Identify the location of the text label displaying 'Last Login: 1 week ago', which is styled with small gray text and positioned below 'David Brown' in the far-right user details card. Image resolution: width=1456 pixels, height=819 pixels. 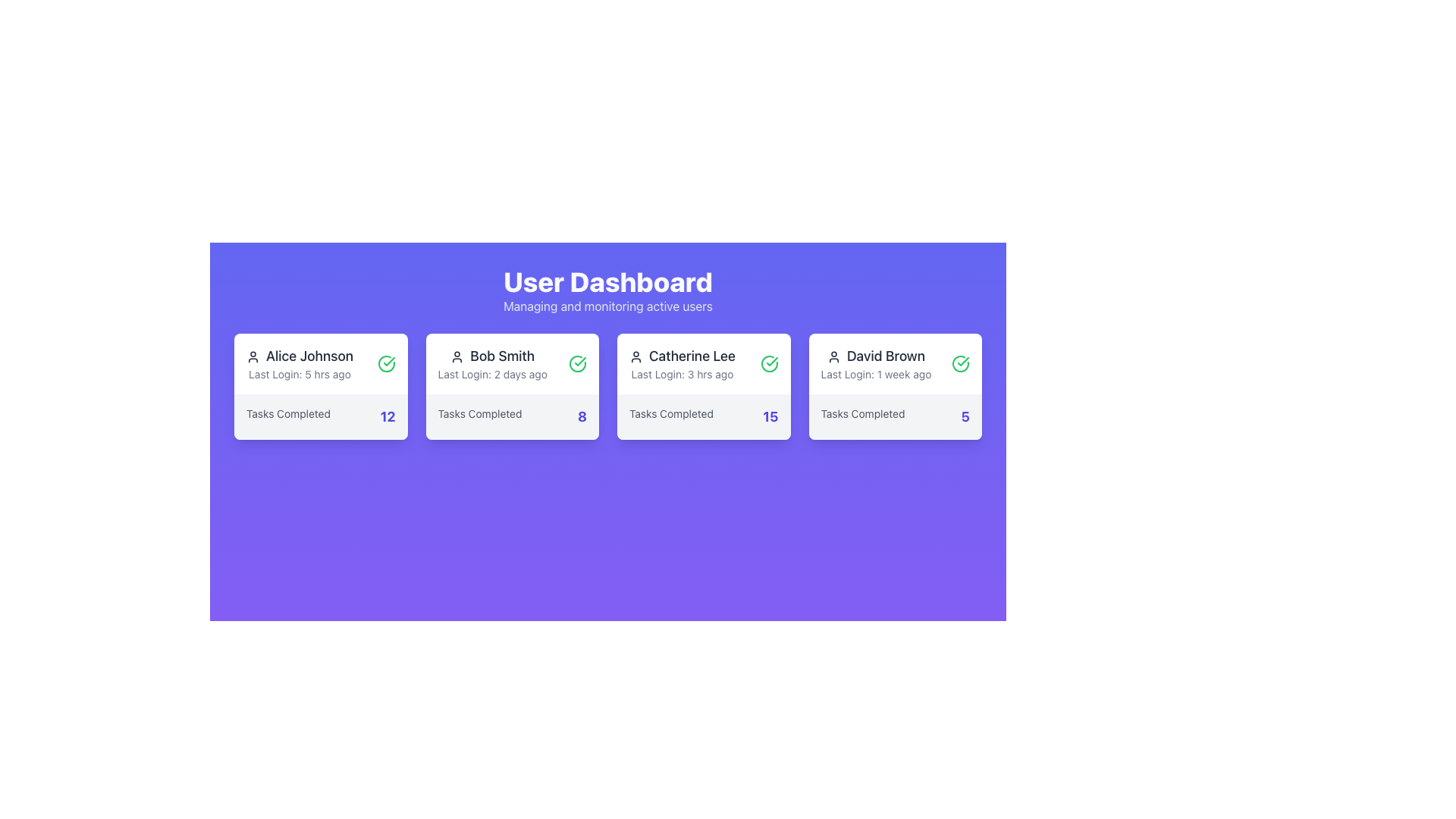
(876, 374).